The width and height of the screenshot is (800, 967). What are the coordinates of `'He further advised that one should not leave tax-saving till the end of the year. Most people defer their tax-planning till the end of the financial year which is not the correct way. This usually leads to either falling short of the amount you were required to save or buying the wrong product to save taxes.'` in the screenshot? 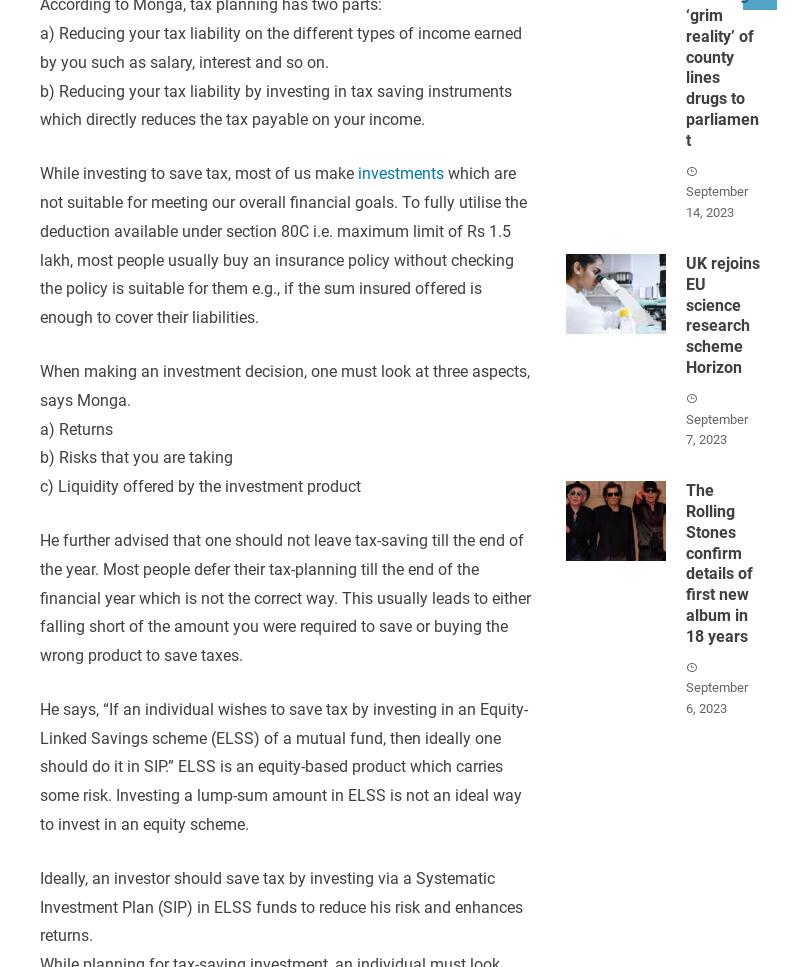 It's located at (285, 597).